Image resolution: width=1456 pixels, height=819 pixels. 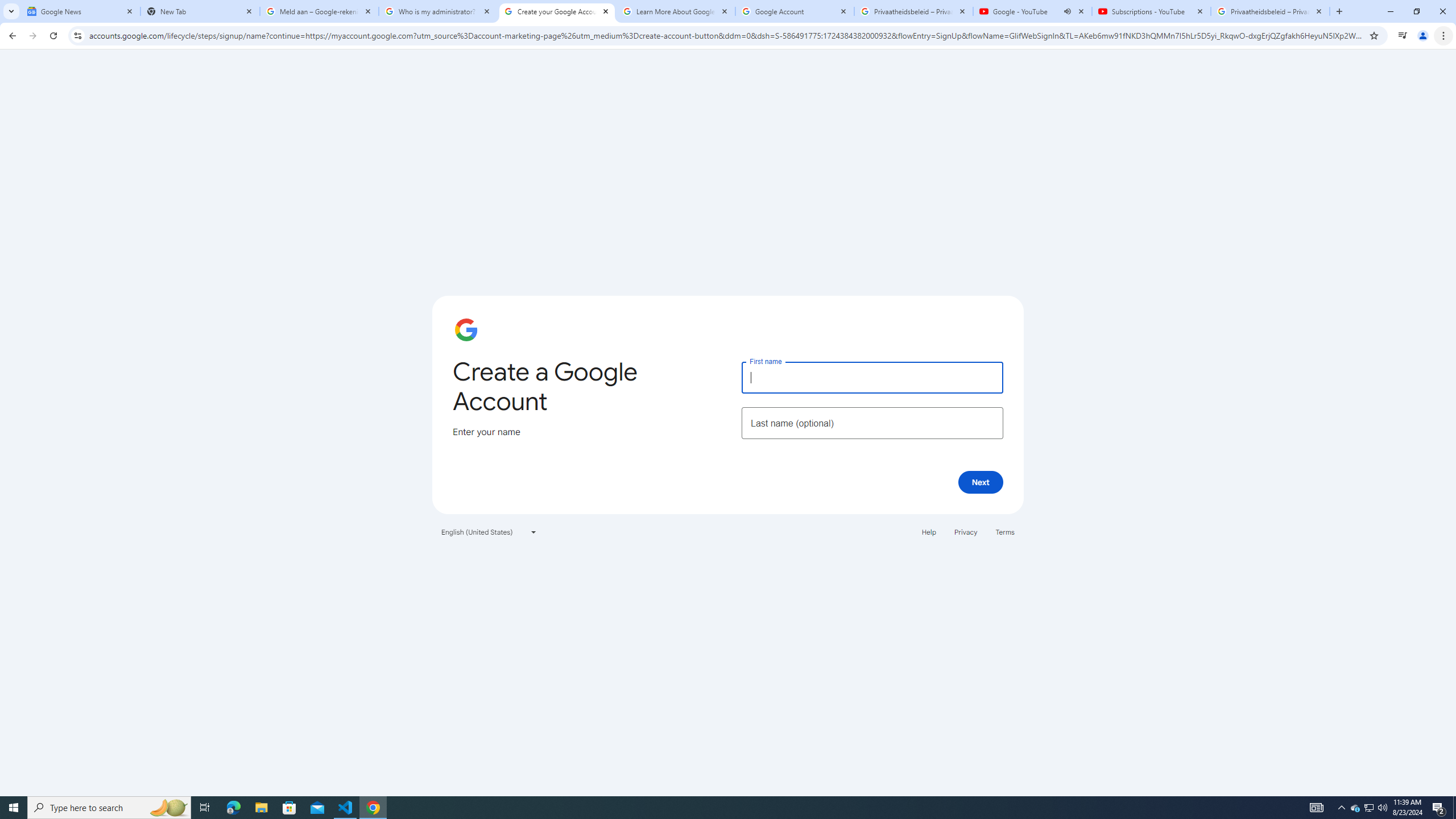 I want to click on 'Google - YouTube - Audio playing', so click(x=1032, y=11).